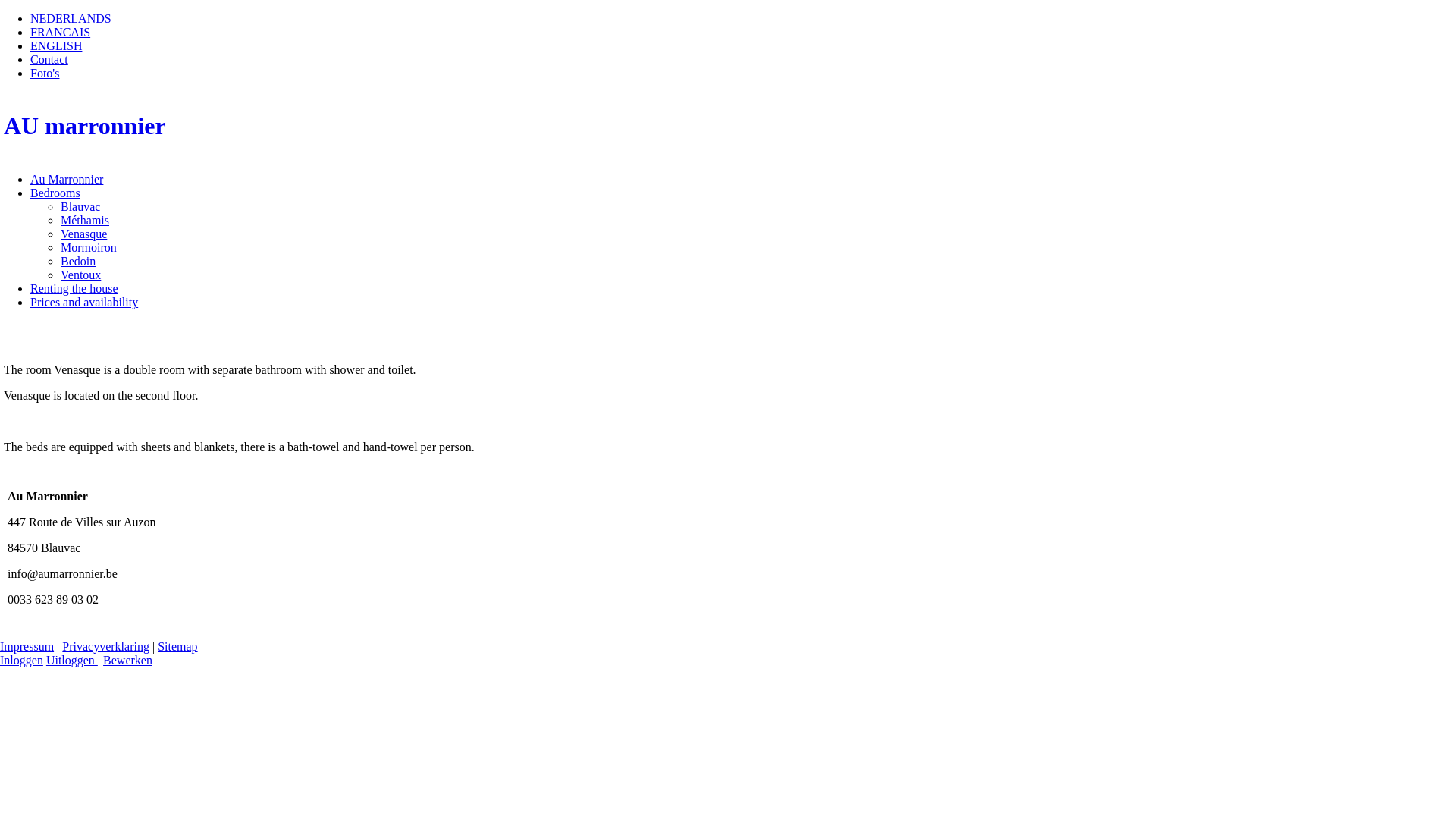 This screenshot has height=819, width=1456. I want to click on 'ENGLISH', so click(55, 45).